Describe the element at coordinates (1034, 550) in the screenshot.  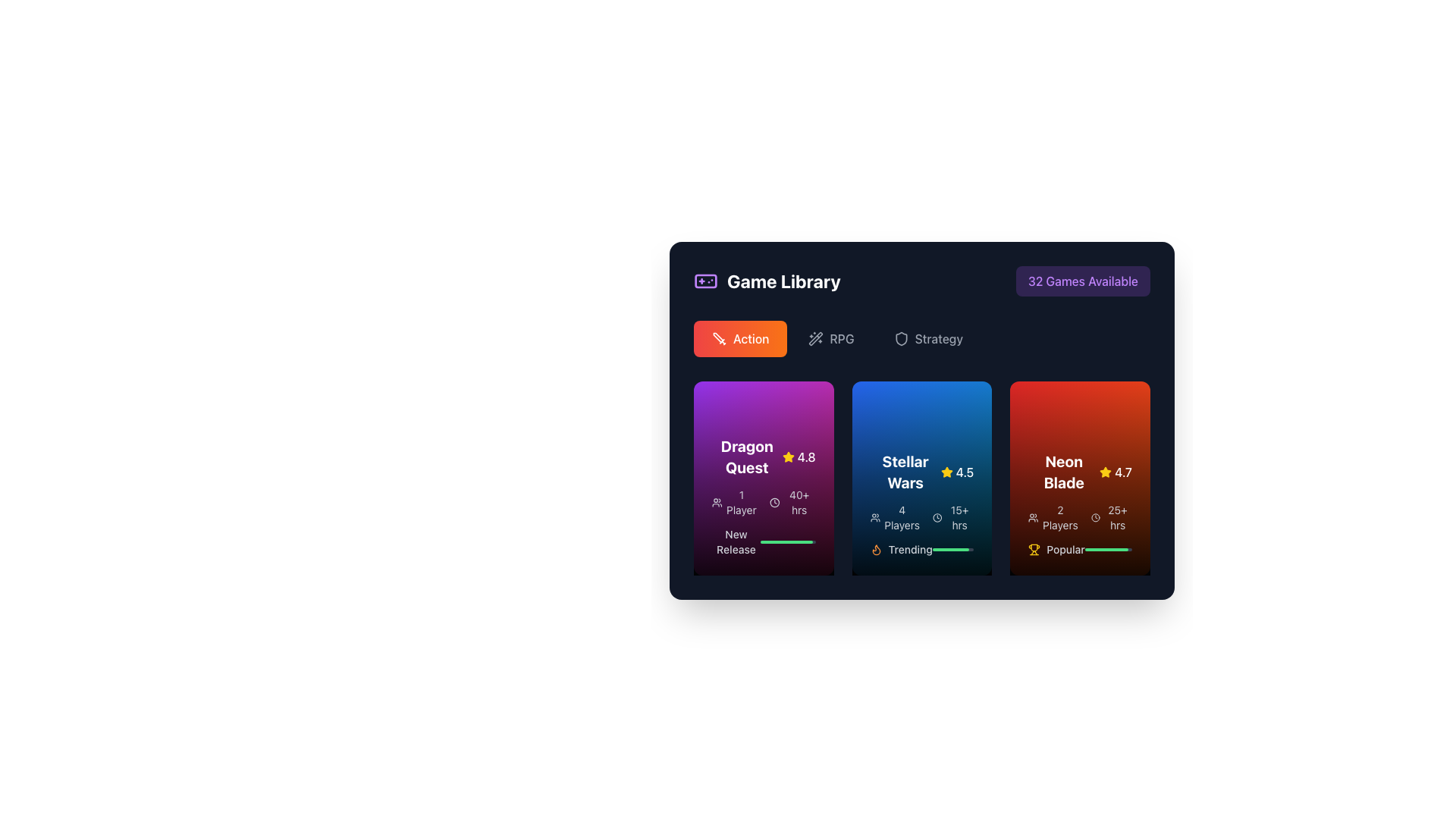
I see `the yellow outlined trophy icon located at the bottom-right of the 'Neon Blade' list card under 'Popular'` at that location.